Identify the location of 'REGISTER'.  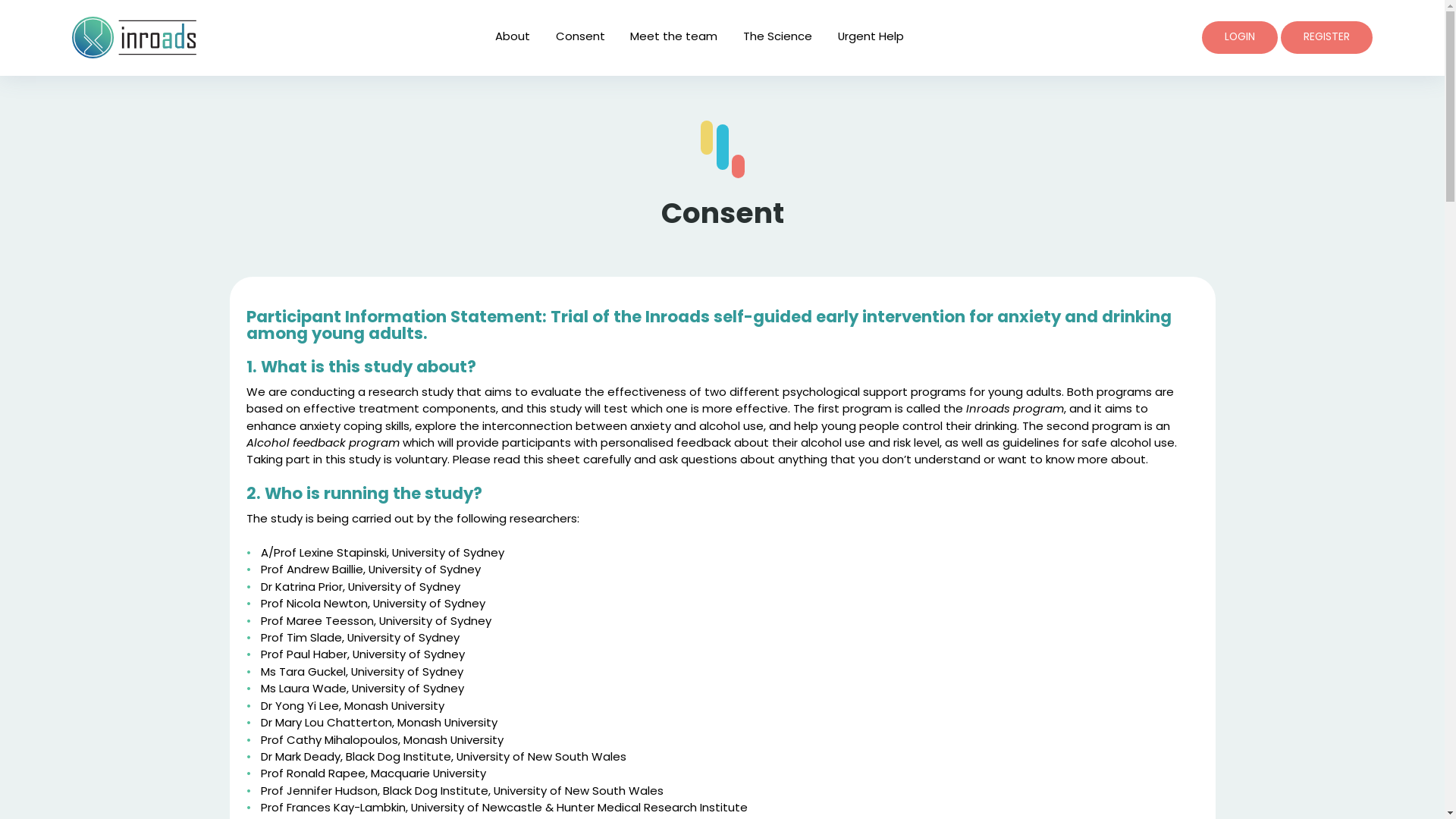
(1280, 36).